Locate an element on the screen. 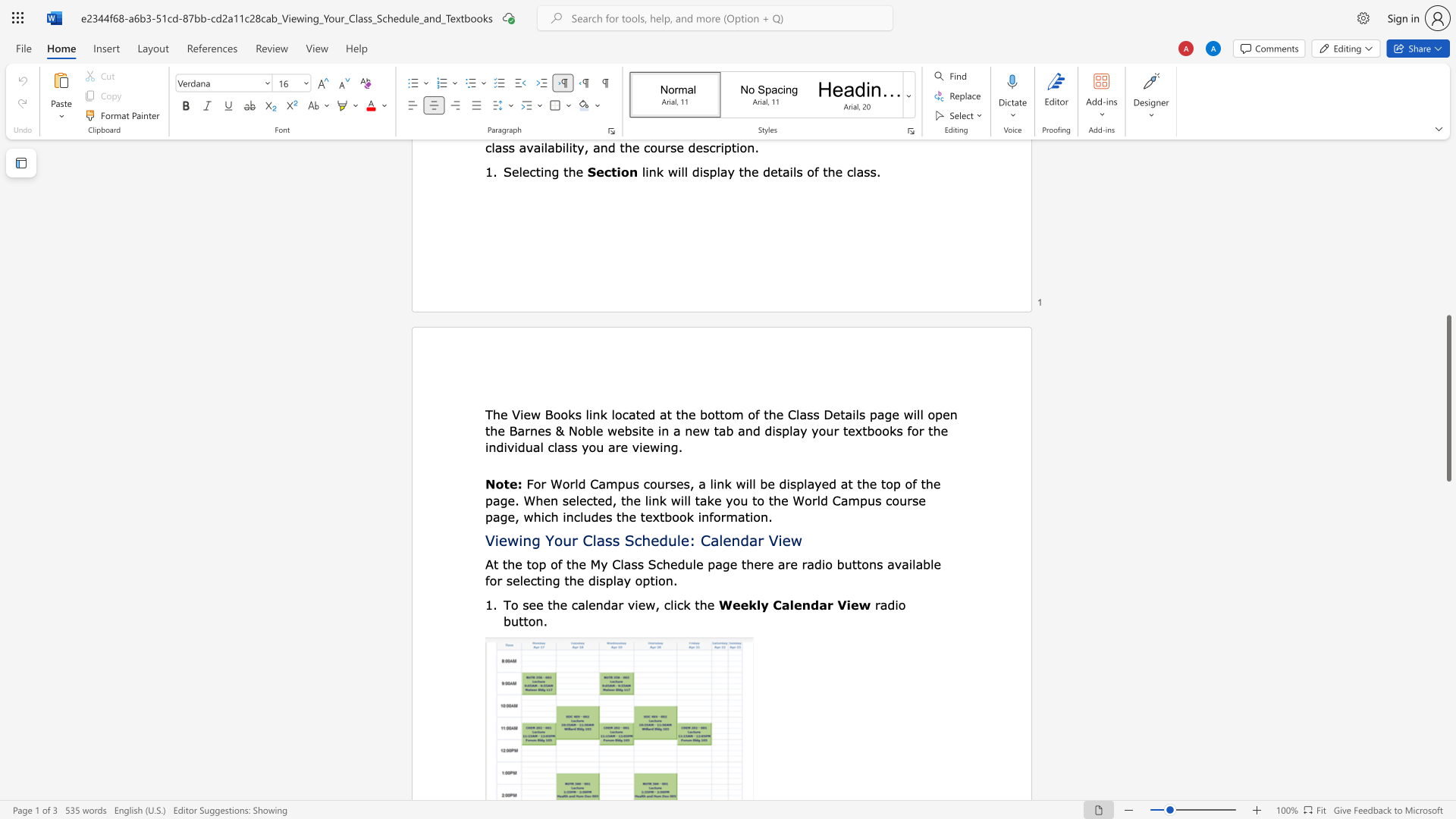  the scrollbar is located at coordinates (1448, 189).